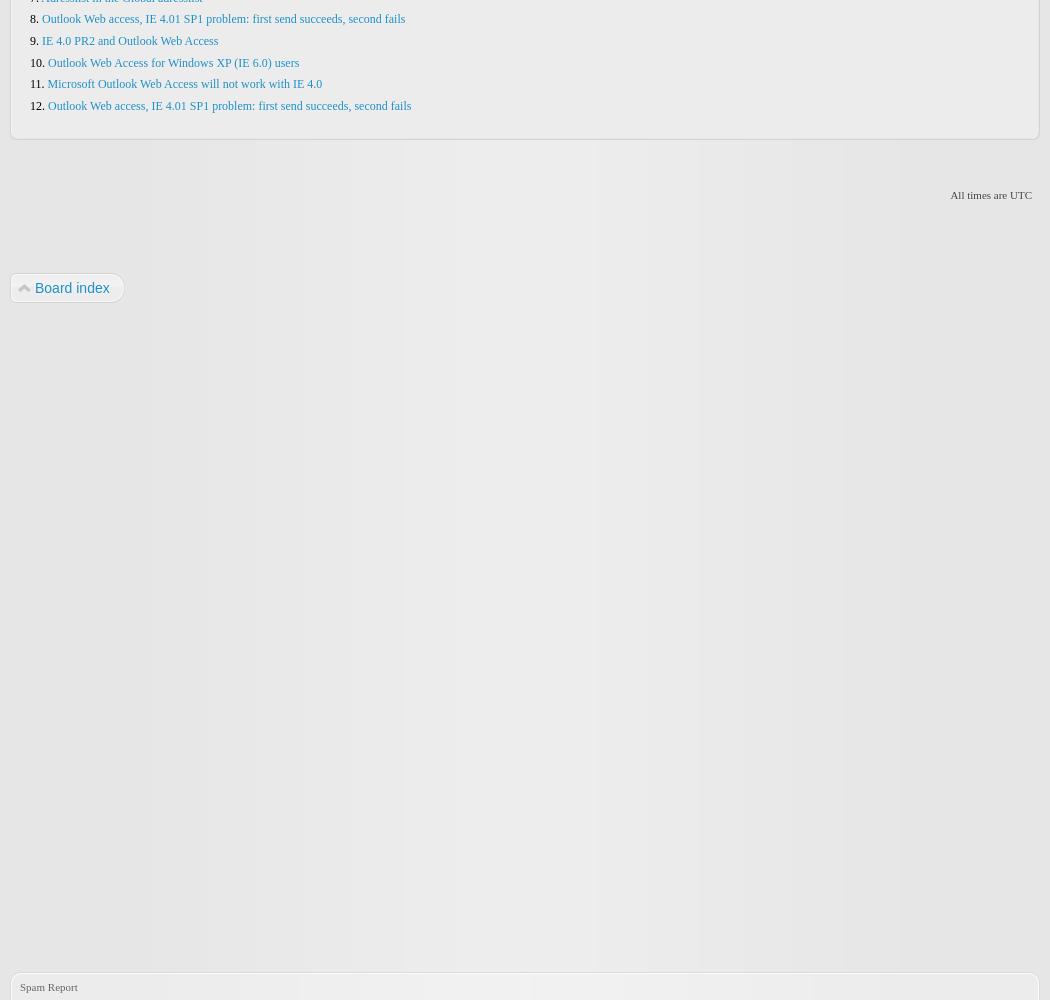 Image resolution: width=1050 pixels, height=1000 pixels. Describe the element at coordinates (36, 19) in the screenshot. I see `'8.'` at that location.